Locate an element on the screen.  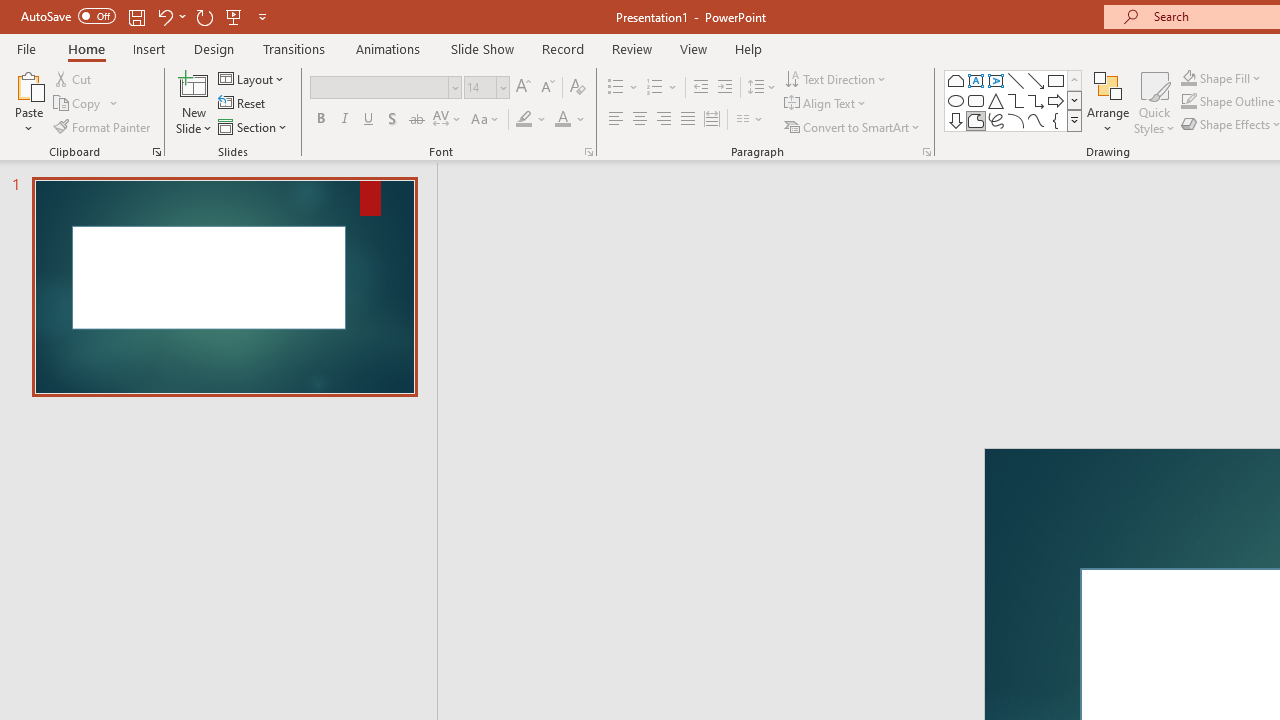
'Increase Font Size' is located at coordinates (522, 86).